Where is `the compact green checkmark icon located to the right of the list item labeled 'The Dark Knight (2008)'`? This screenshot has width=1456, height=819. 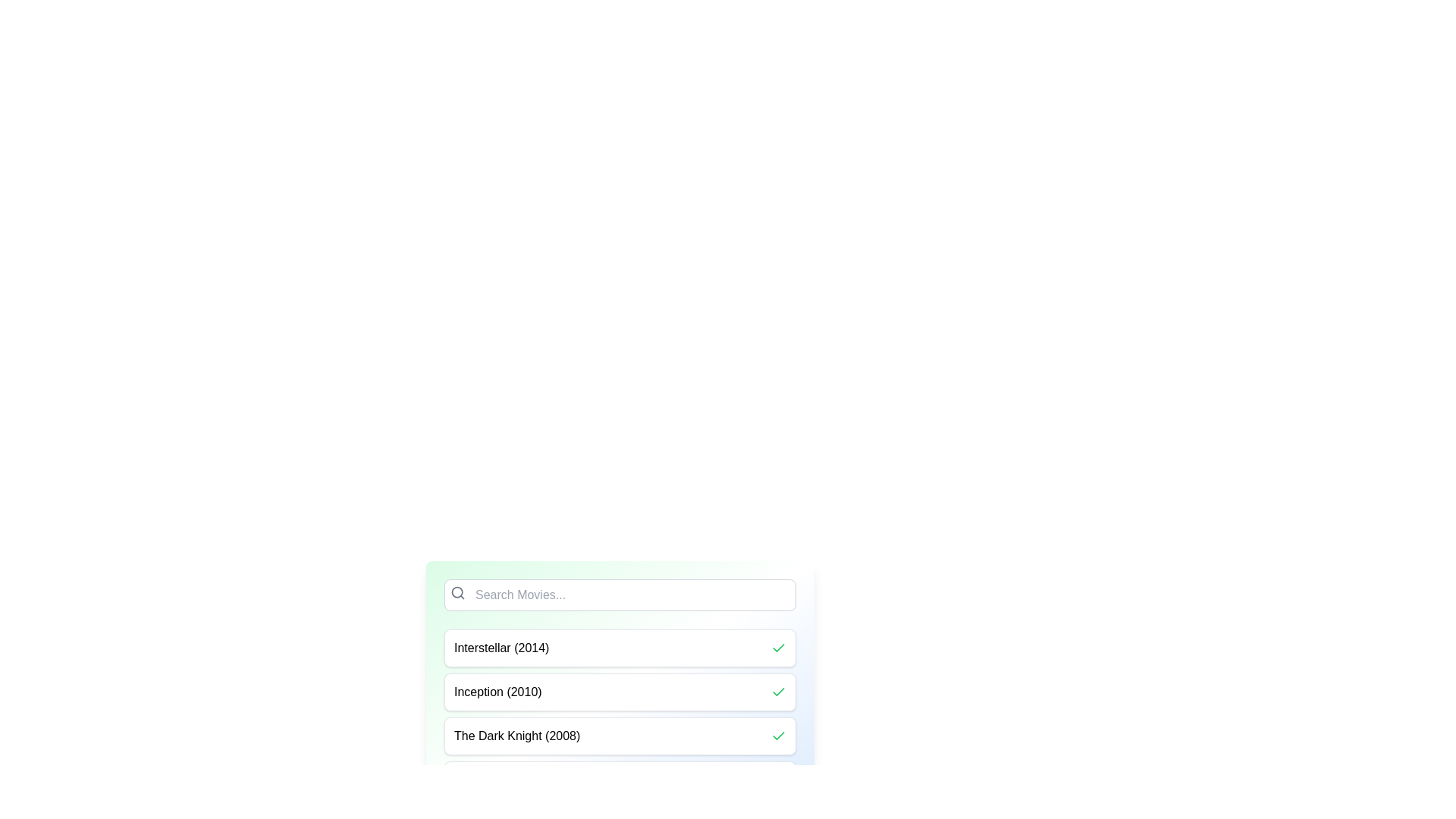
the compact green checkmark icon located to the right of the list item labeled 'The Dark Knight (2008)' is located at coordinates (779, 736).